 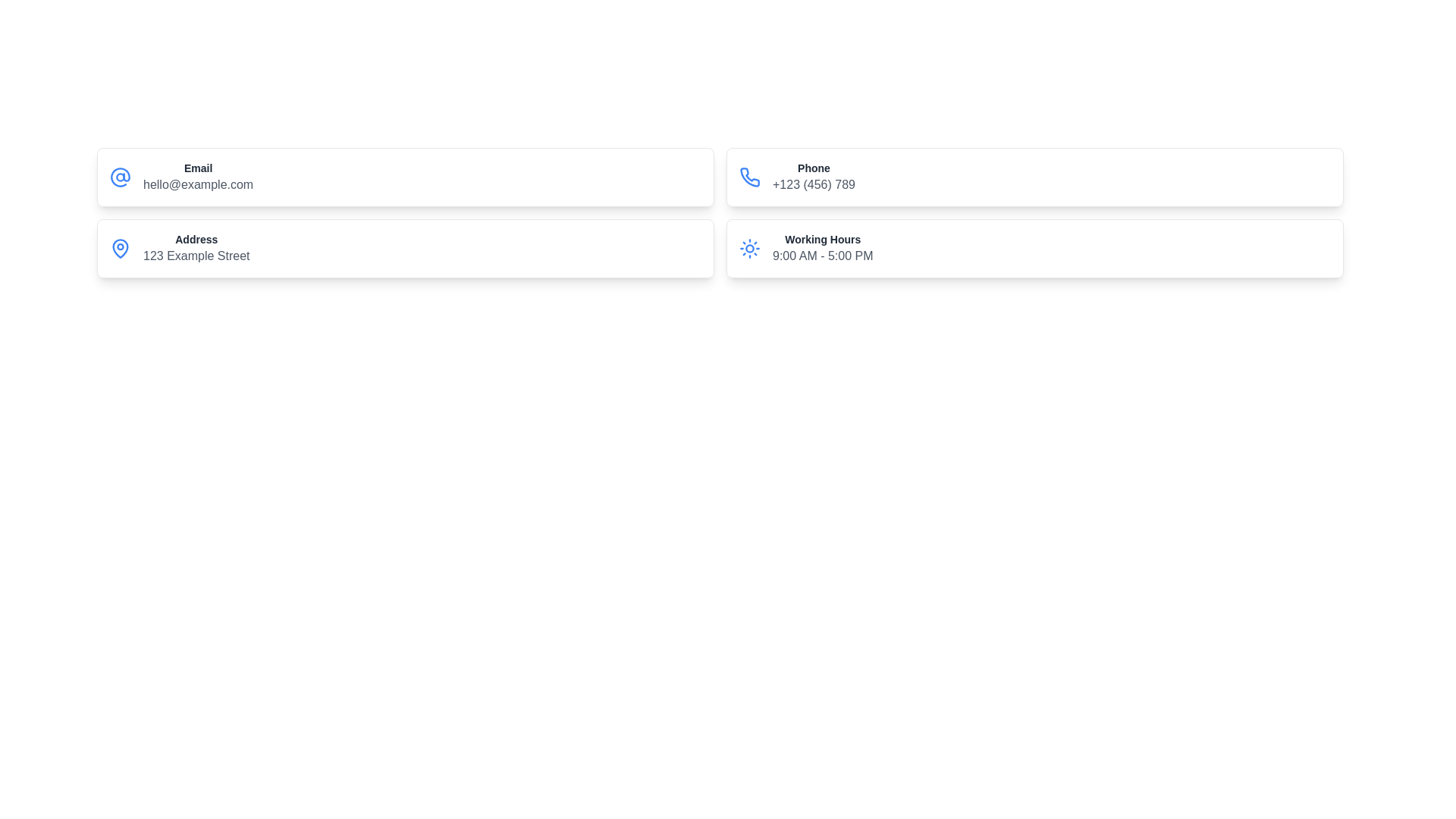 What do you see at coordinates (197, 168) in the screenshot?
I see `the 'Email' label which serves as a descriptor for the email information displayed below it, located in the left column of the layout` at bounding box center [197, 168].